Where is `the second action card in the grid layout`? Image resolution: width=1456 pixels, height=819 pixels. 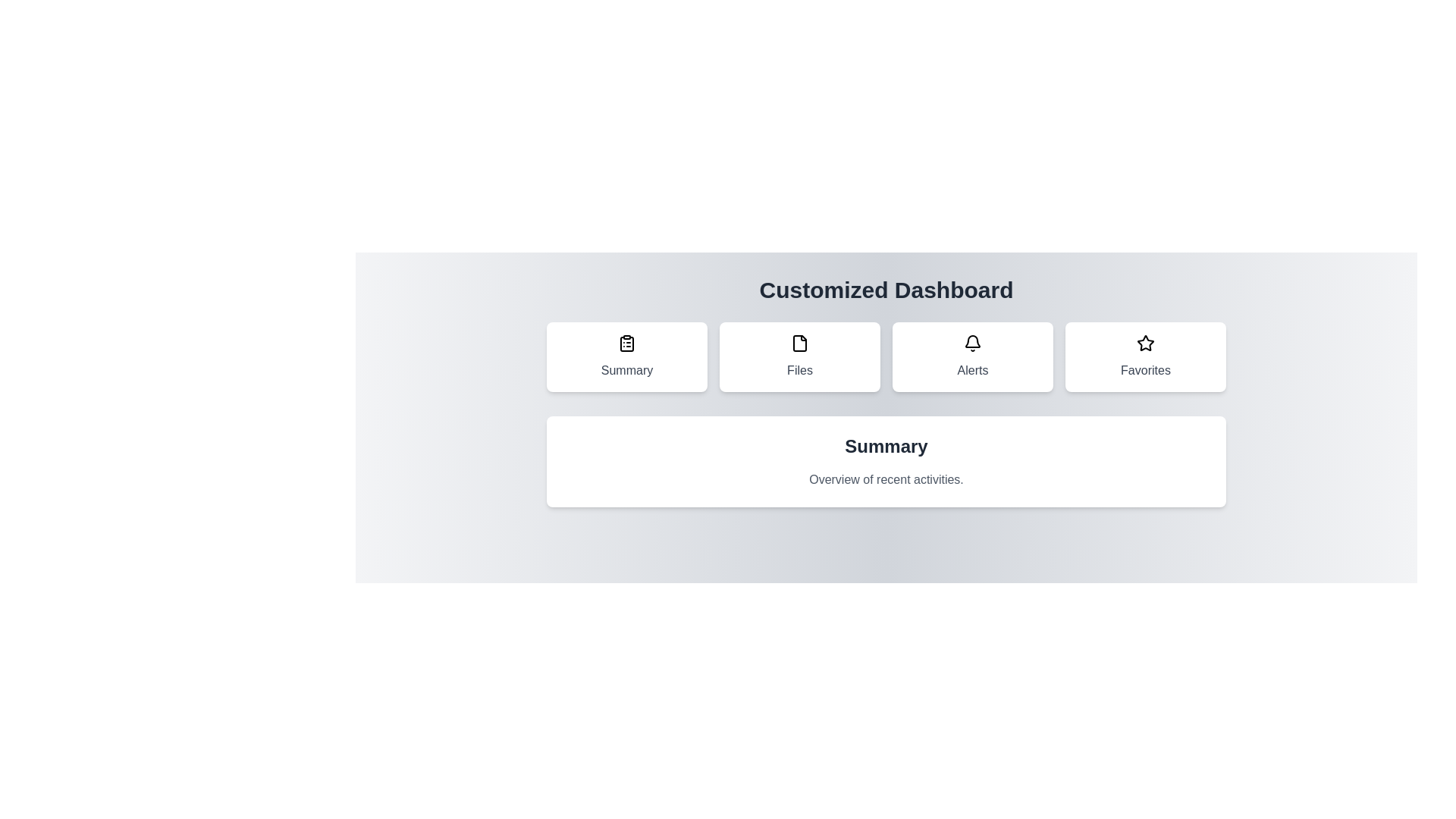 the second action card in the grid layout is located at coordinates (799, 356).